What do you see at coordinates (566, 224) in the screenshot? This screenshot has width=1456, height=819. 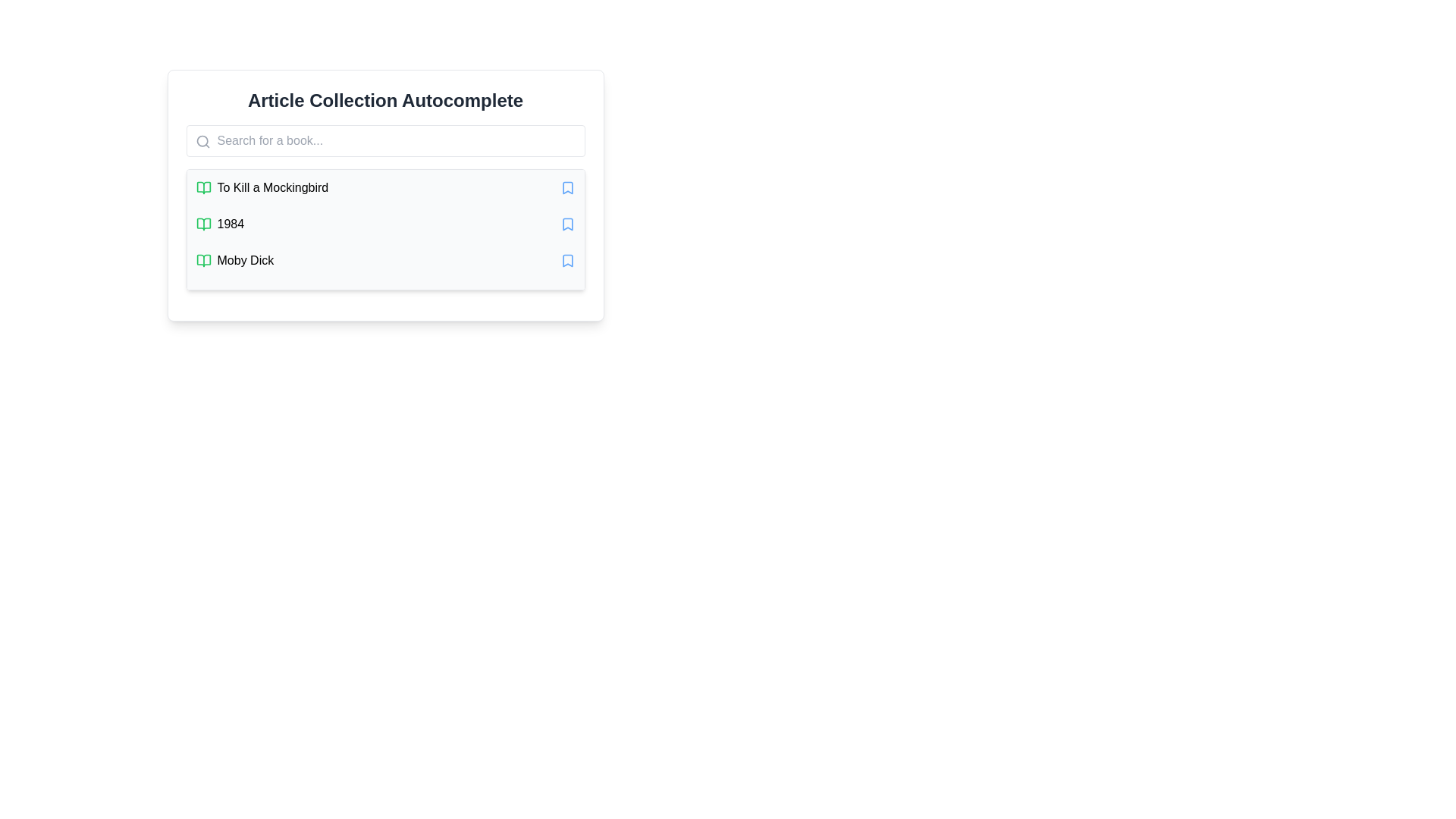 I see `the bookmark icon with a thin blue outline located at the right side of the '1984' list item` at bounding box center [566, 224].